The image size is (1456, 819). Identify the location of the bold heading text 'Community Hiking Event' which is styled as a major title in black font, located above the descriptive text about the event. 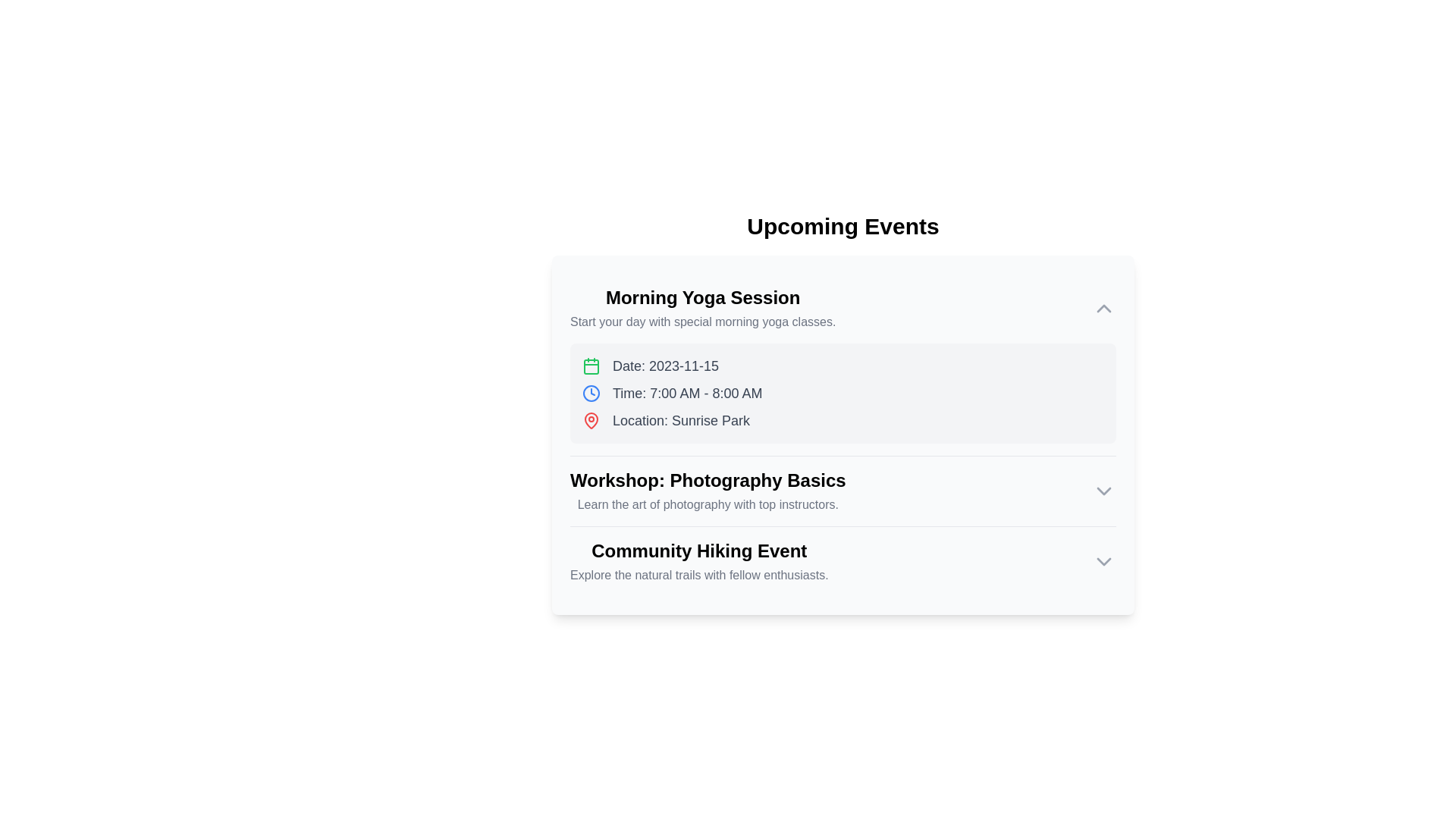
(698, 551).